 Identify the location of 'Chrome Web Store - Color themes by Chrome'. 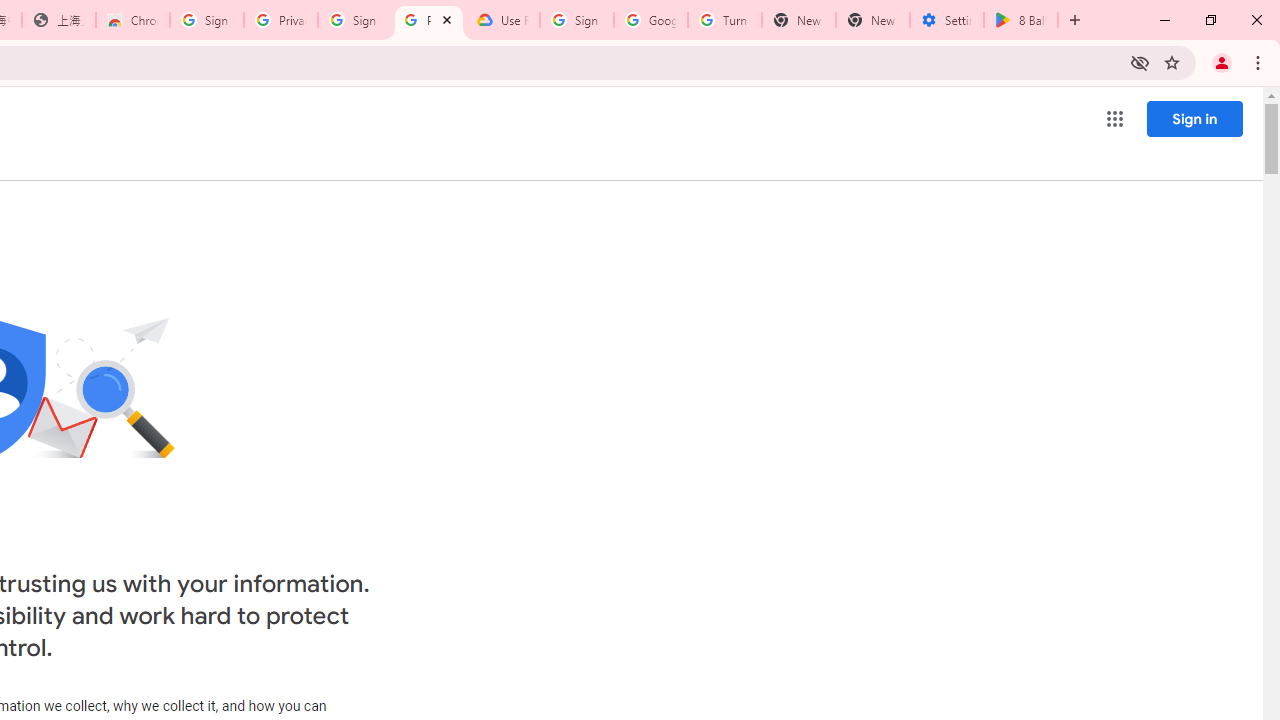
(132, 20).